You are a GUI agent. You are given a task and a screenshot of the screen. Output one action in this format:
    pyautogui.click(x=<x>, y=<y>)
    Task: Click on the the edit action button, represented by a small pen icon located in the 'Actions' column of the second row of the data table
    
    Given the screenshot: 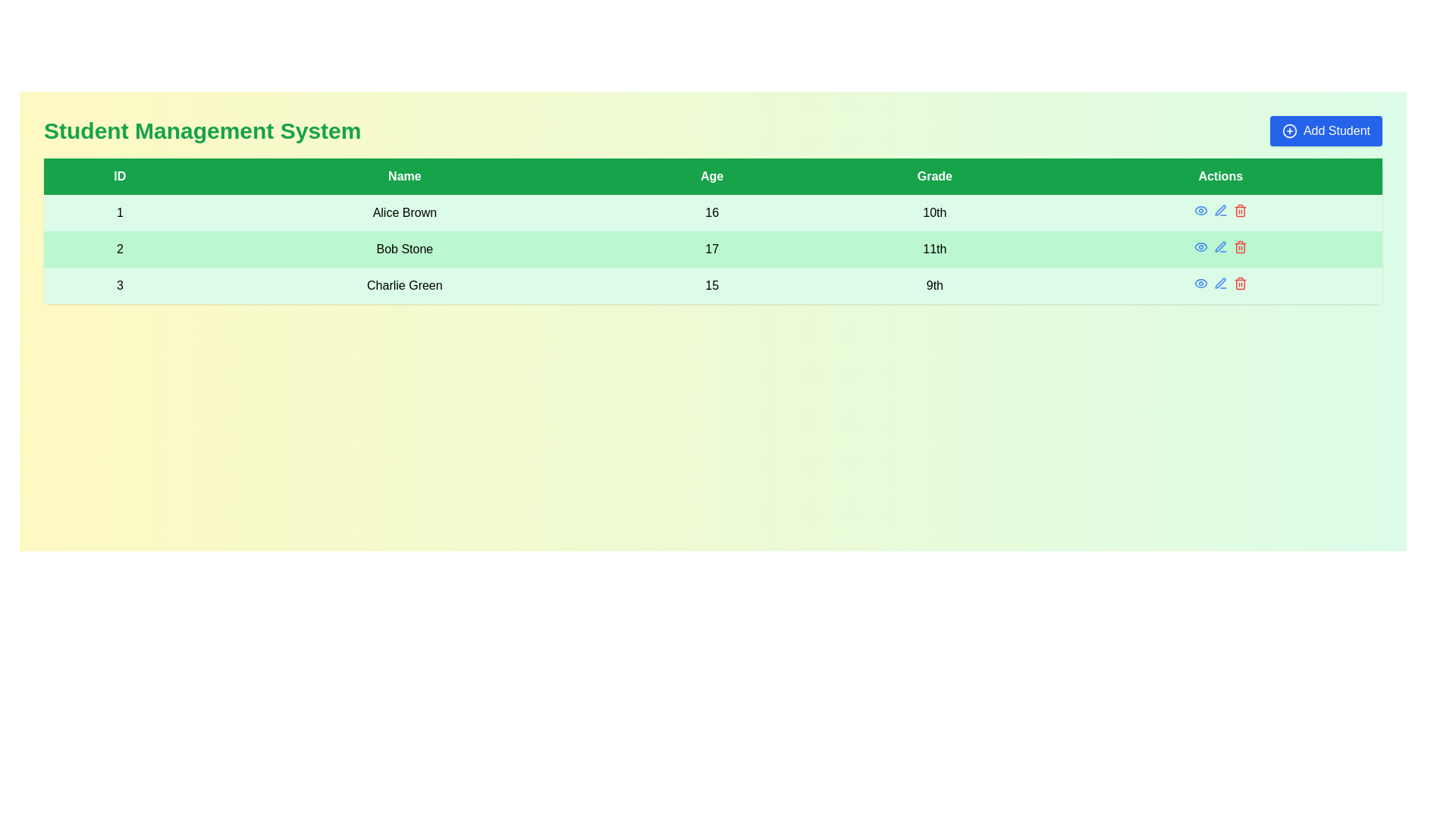 What is the action you would take?
    pyautogui.click(x=1220, y=210)
    